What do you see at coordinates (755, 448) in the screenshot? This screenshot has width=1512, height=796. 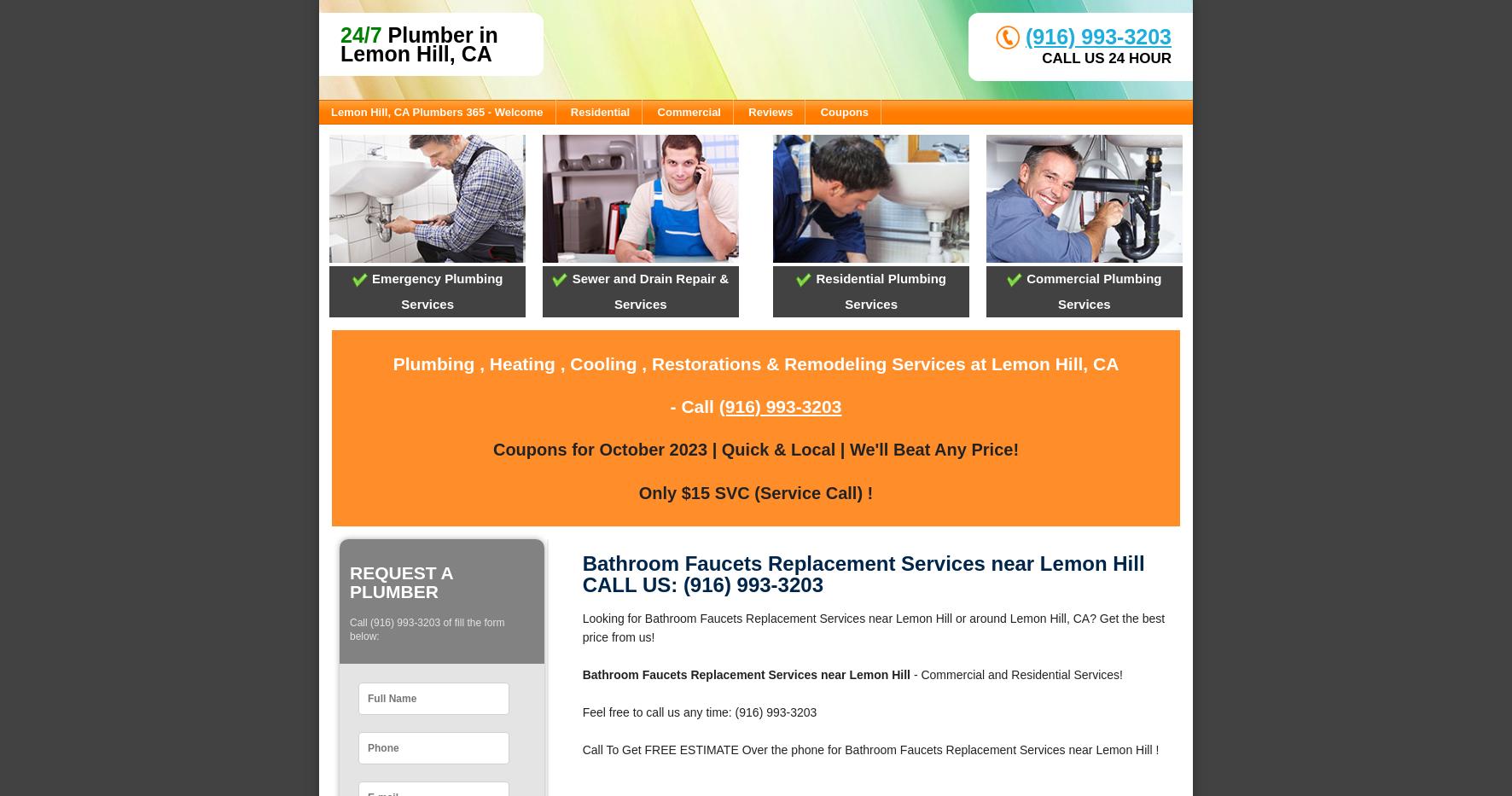 I see `'Coupons for October 2023 | Quick & Local | We'll Beat Any Price!'` at bounding box center [755, 448].